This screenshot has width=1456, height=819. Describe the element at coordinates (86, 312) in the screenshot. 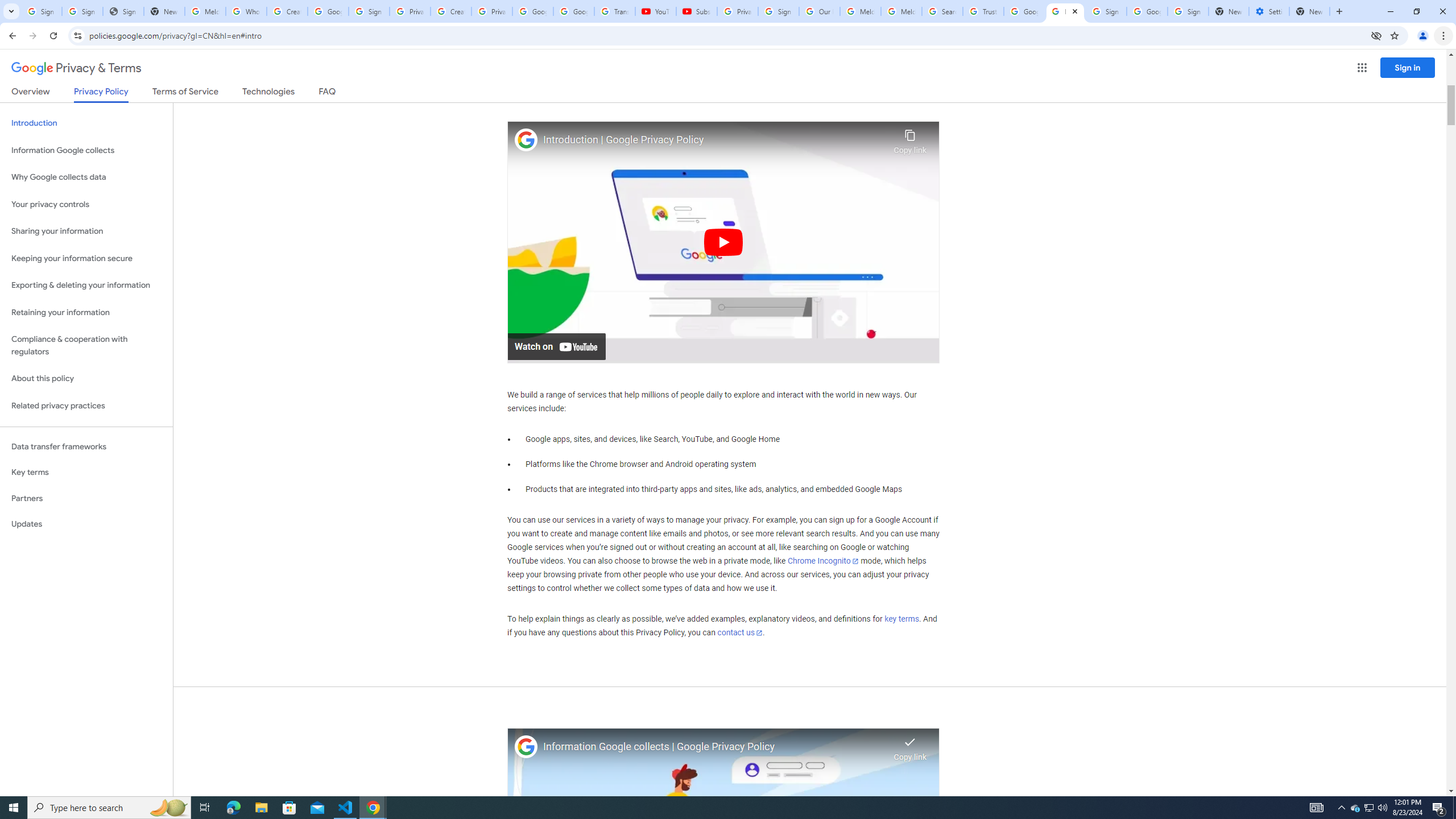

I see `'Retaining your information'` at that location.